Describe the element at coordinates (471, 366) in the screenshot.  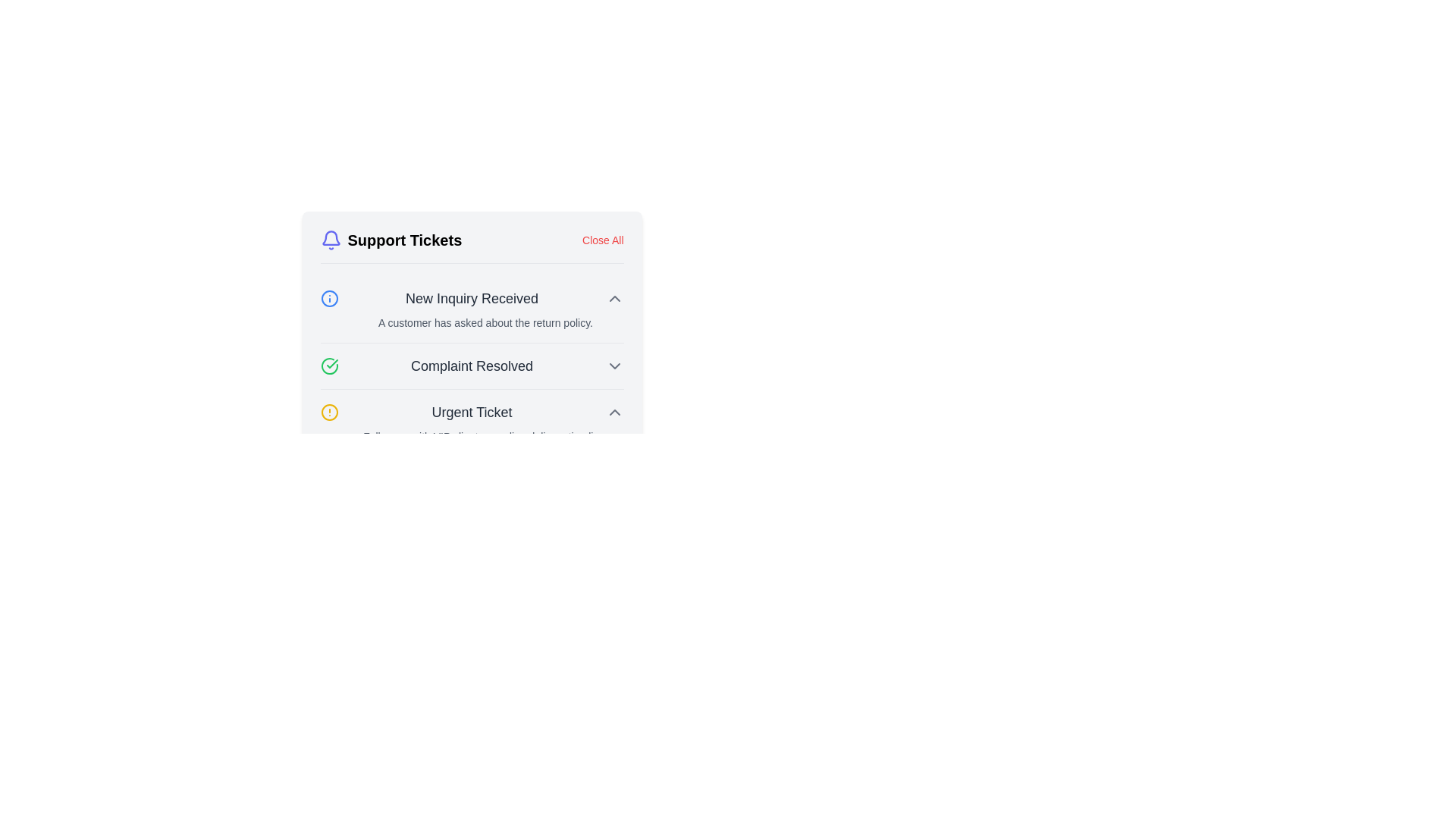
I see `the non-interactive text label indicating a resolved complaint within the Support Tickets menu, which is the second entry in the list` at that location.